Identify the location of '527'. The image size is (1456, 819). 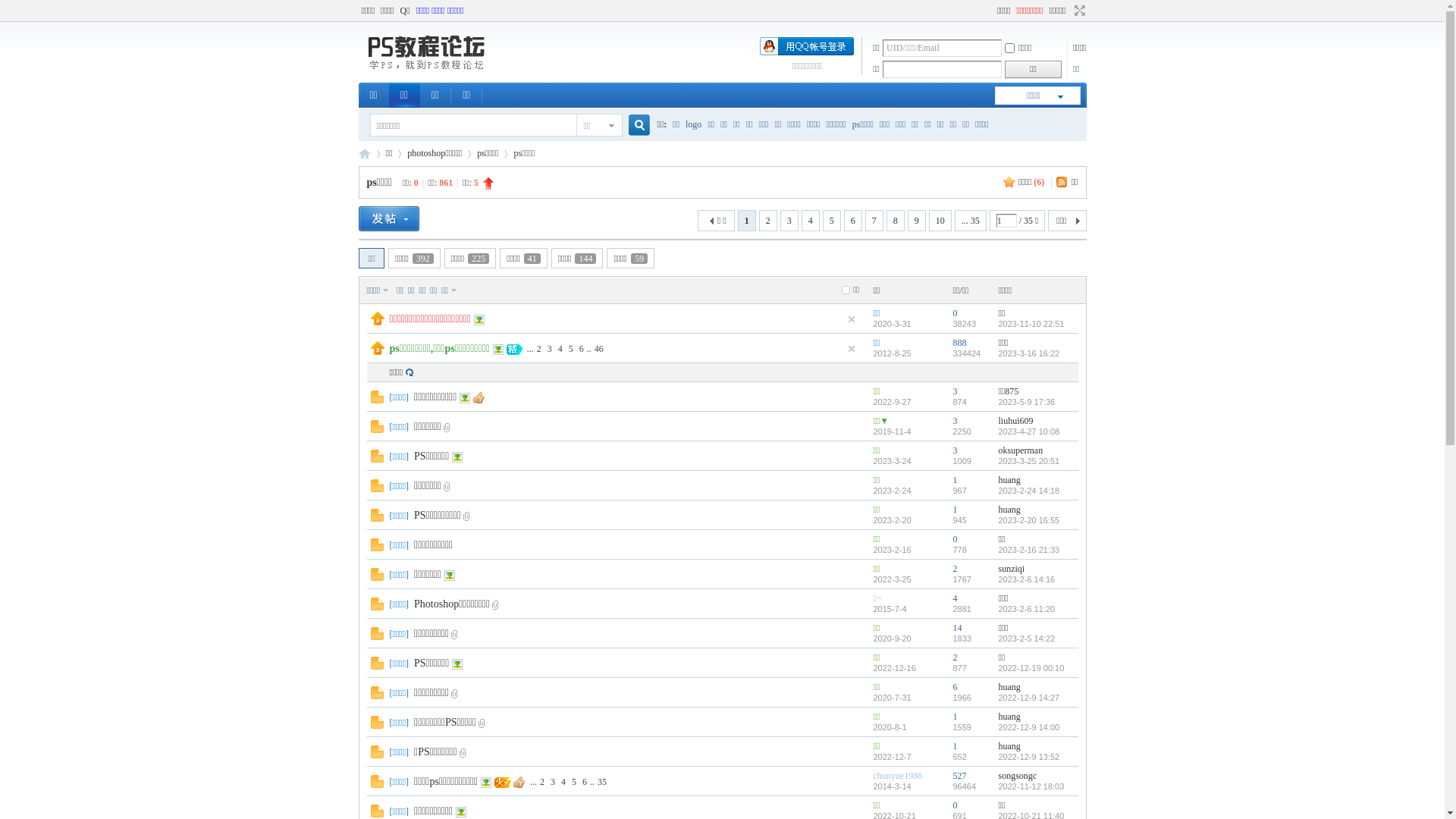
(959, 775).